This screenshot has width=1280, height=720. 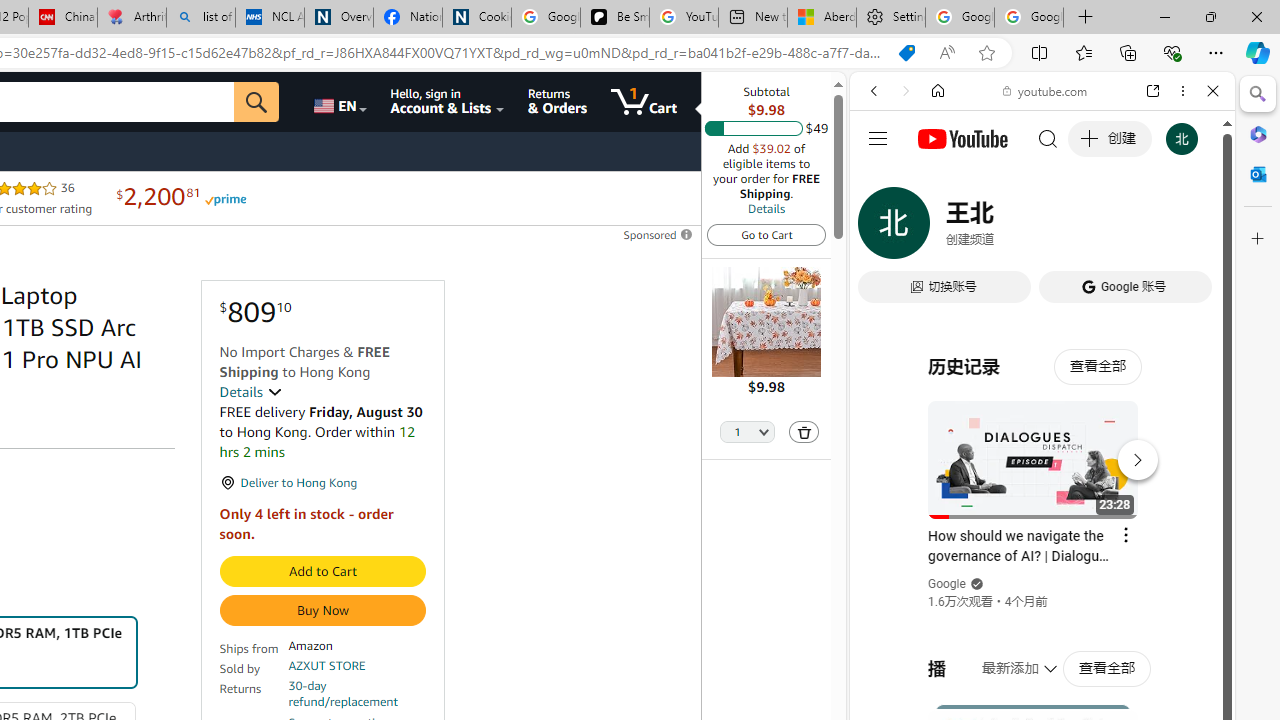 I want to click on 'Show More Music', so click(x=1164, y=546).